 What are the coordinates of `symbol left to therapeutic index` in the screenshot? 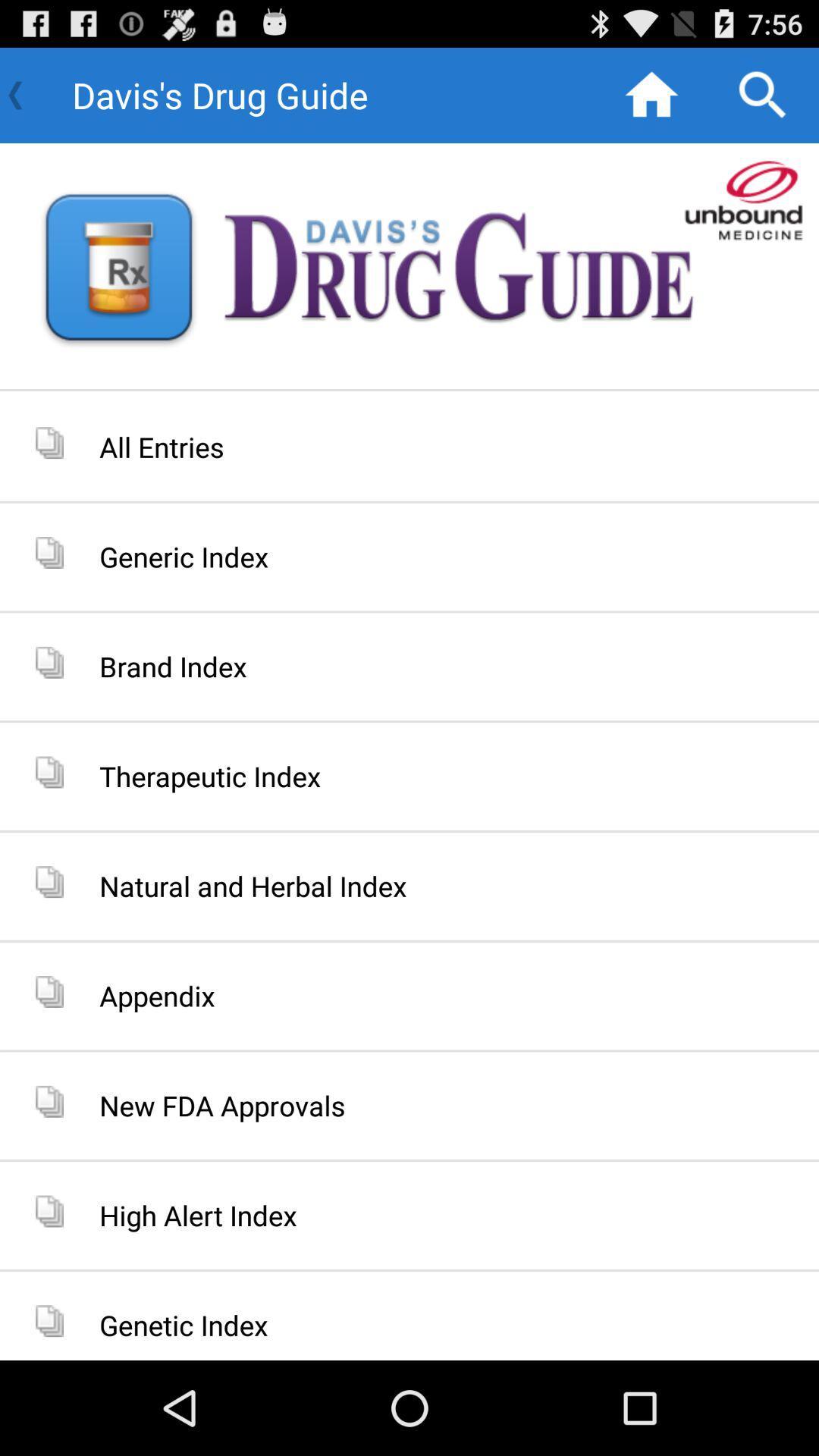 It's located at (49, 772).